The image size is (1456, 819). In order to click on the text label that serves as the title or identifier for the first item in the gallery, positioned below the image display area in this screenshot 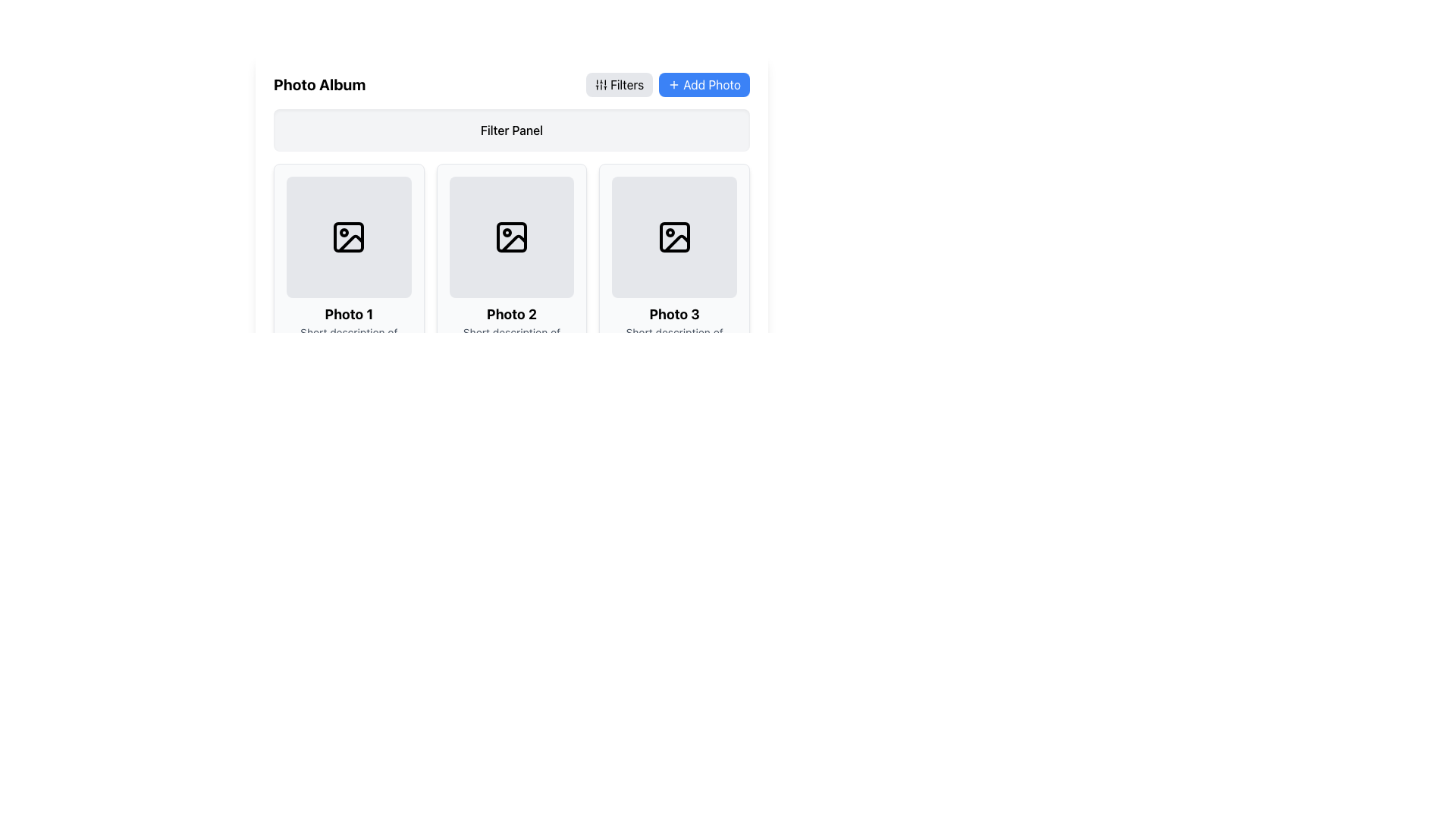, I will do `click(348, 314)`.